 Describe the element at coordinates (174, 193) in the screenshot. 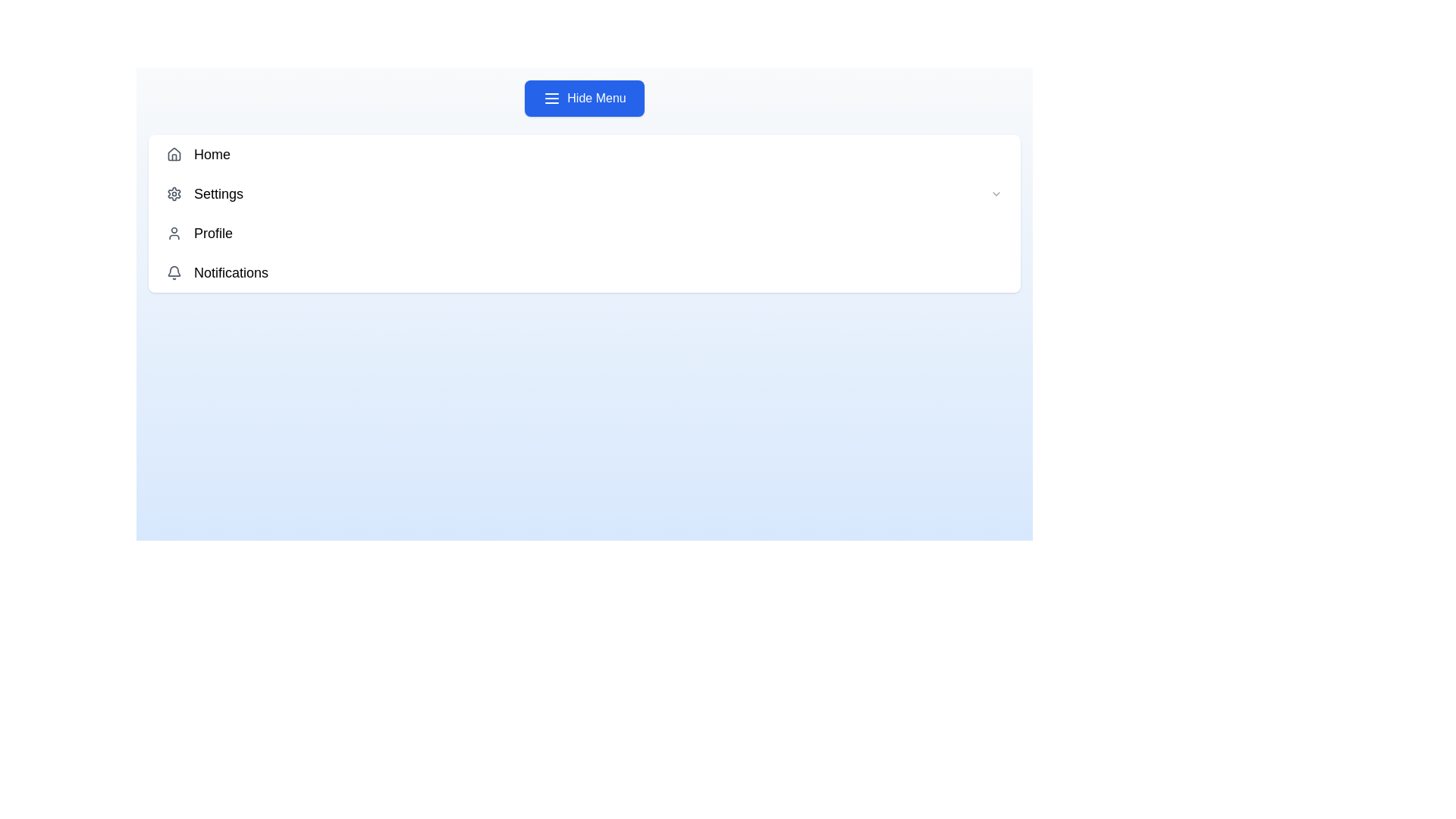

I see `the gray gear icon associated with settings, located in the dropdown menu next to the 'Settings' label to trigger tooltips or animations` at that location.